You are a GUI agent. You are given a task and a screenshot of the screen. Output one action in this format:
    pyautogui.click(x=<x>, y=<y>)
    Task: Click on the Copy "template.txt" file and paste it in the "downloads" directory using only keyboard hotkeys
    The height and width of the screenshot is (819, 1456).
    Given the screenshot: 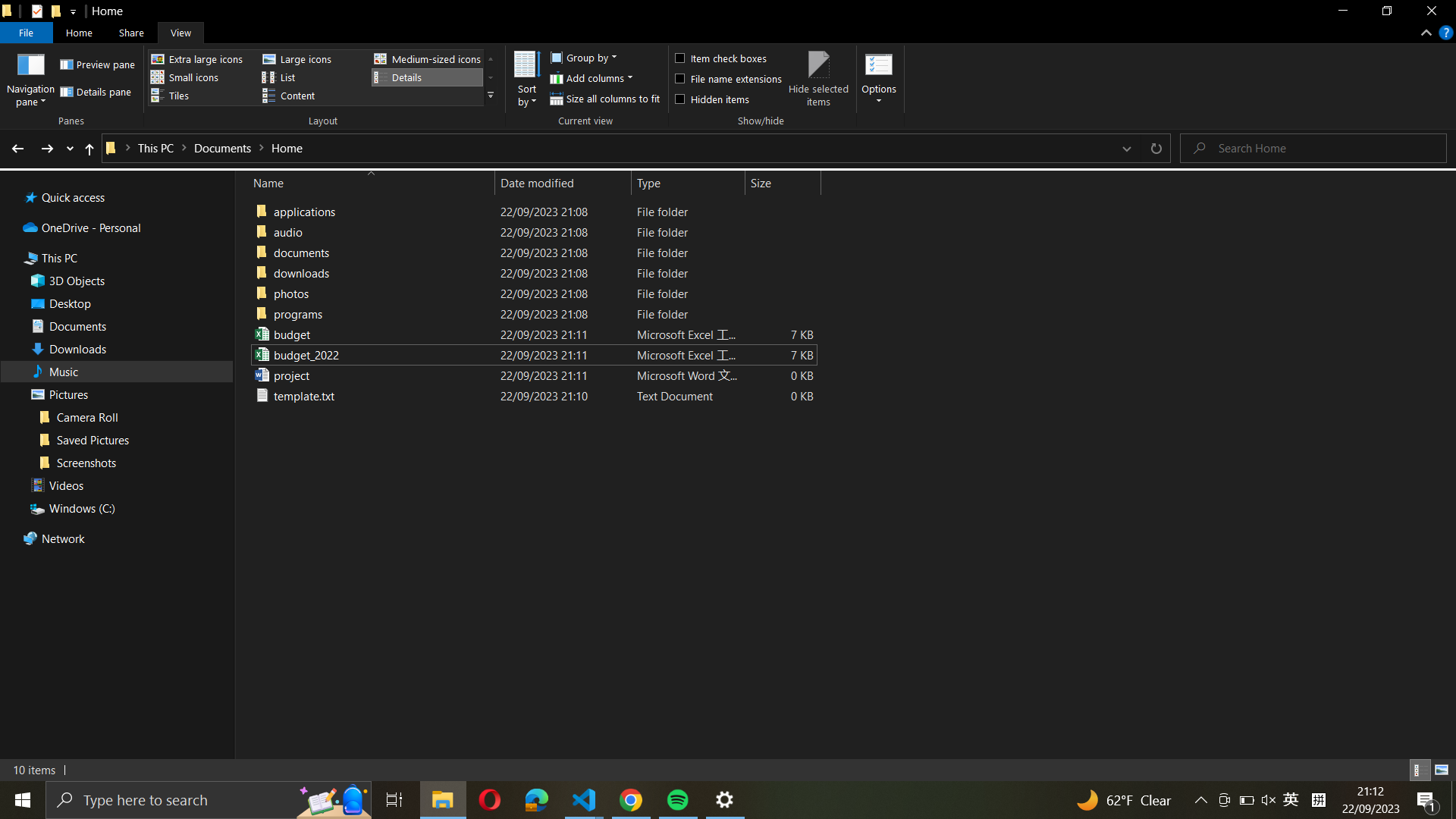 What is the action you would take?
    pyautogui.click(x=531, y=394)
    